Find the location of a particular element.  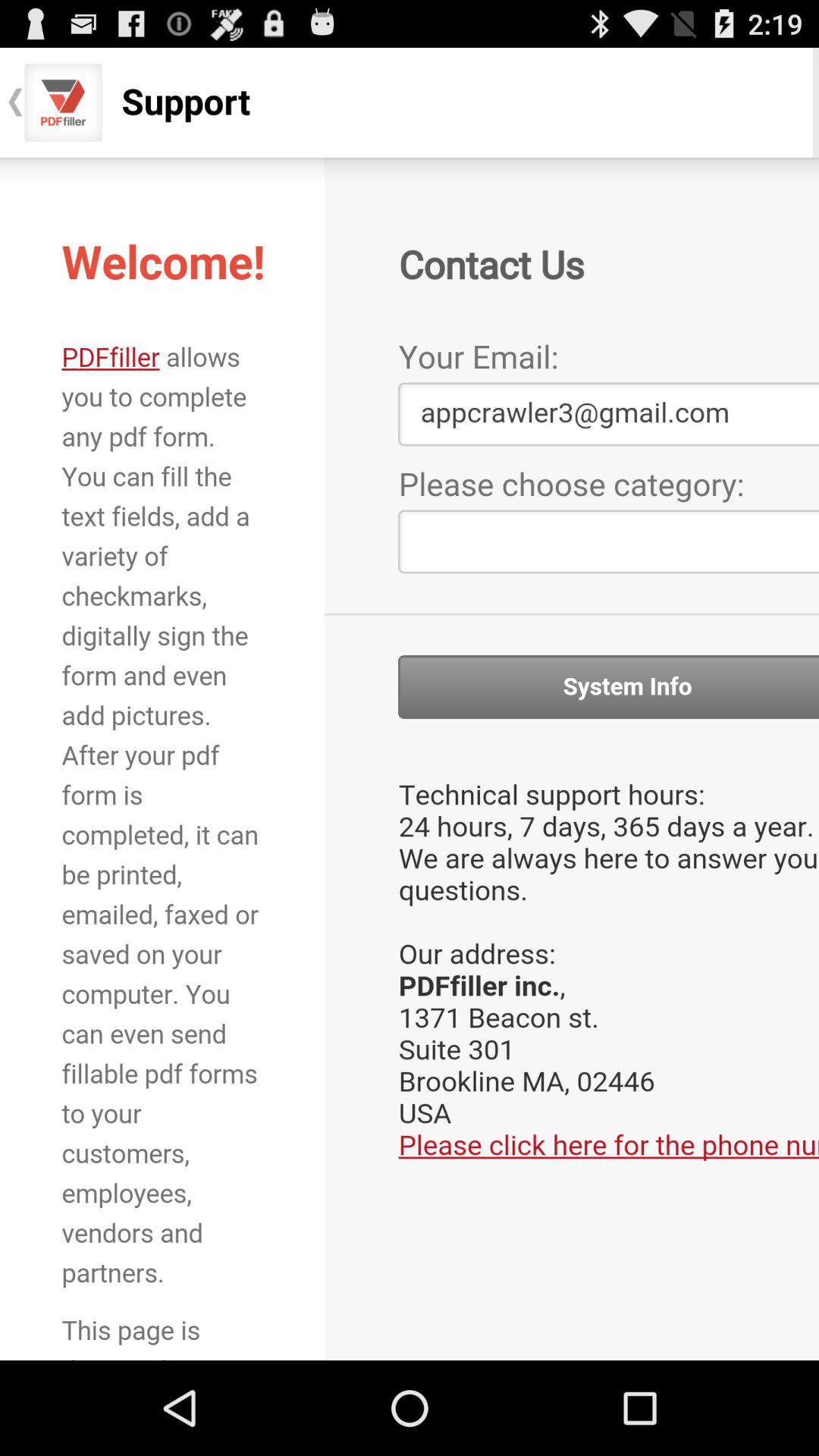

form page is located at coordinates (409, 758).